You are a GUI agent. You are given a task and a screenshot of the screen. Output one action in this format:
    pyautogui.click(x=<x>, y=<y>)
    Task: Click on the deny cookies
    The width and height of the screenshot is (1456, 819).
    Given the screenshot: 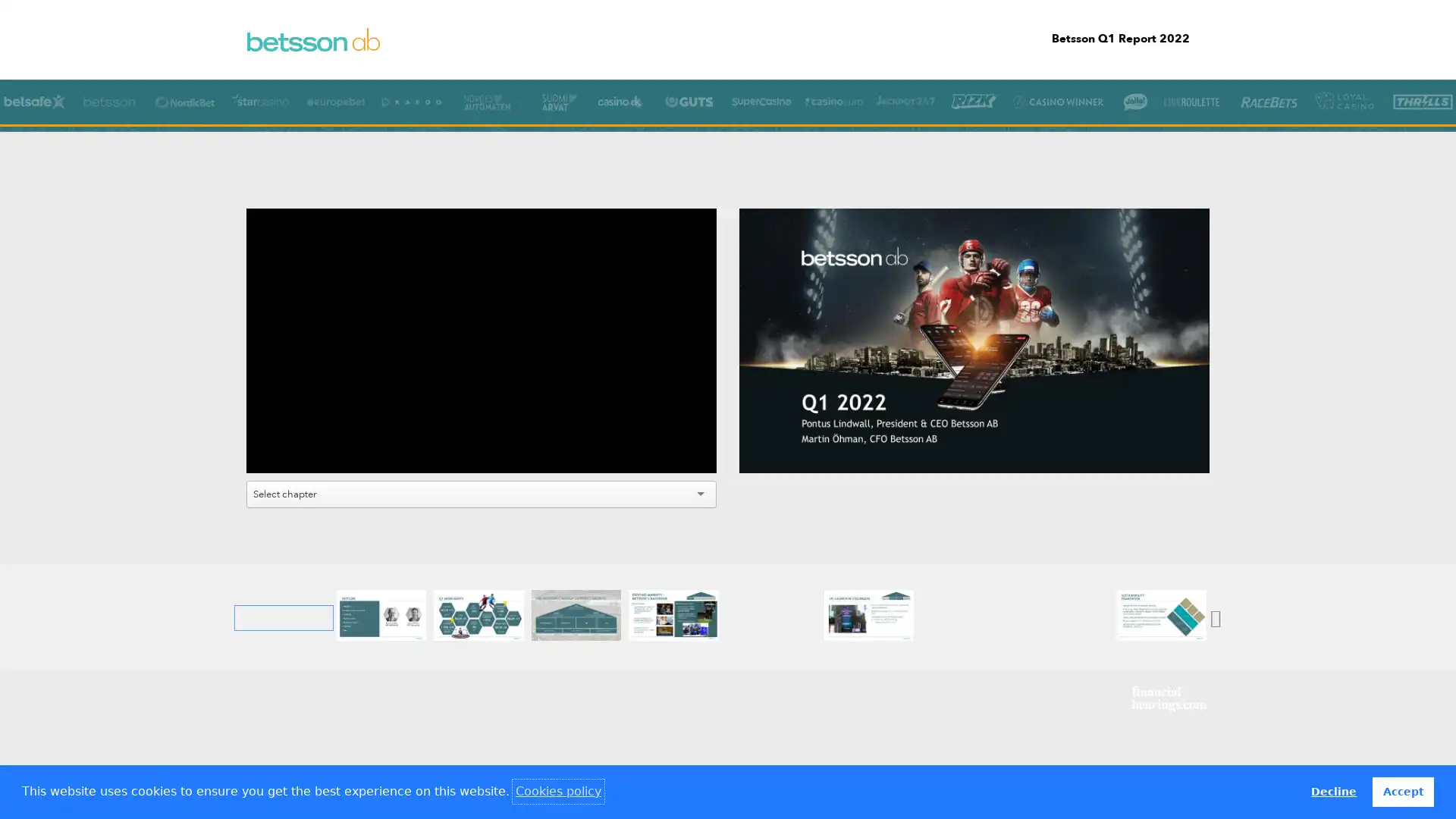 What is the action you would take?
    pyautogui.click(x=1332, y=791)
    